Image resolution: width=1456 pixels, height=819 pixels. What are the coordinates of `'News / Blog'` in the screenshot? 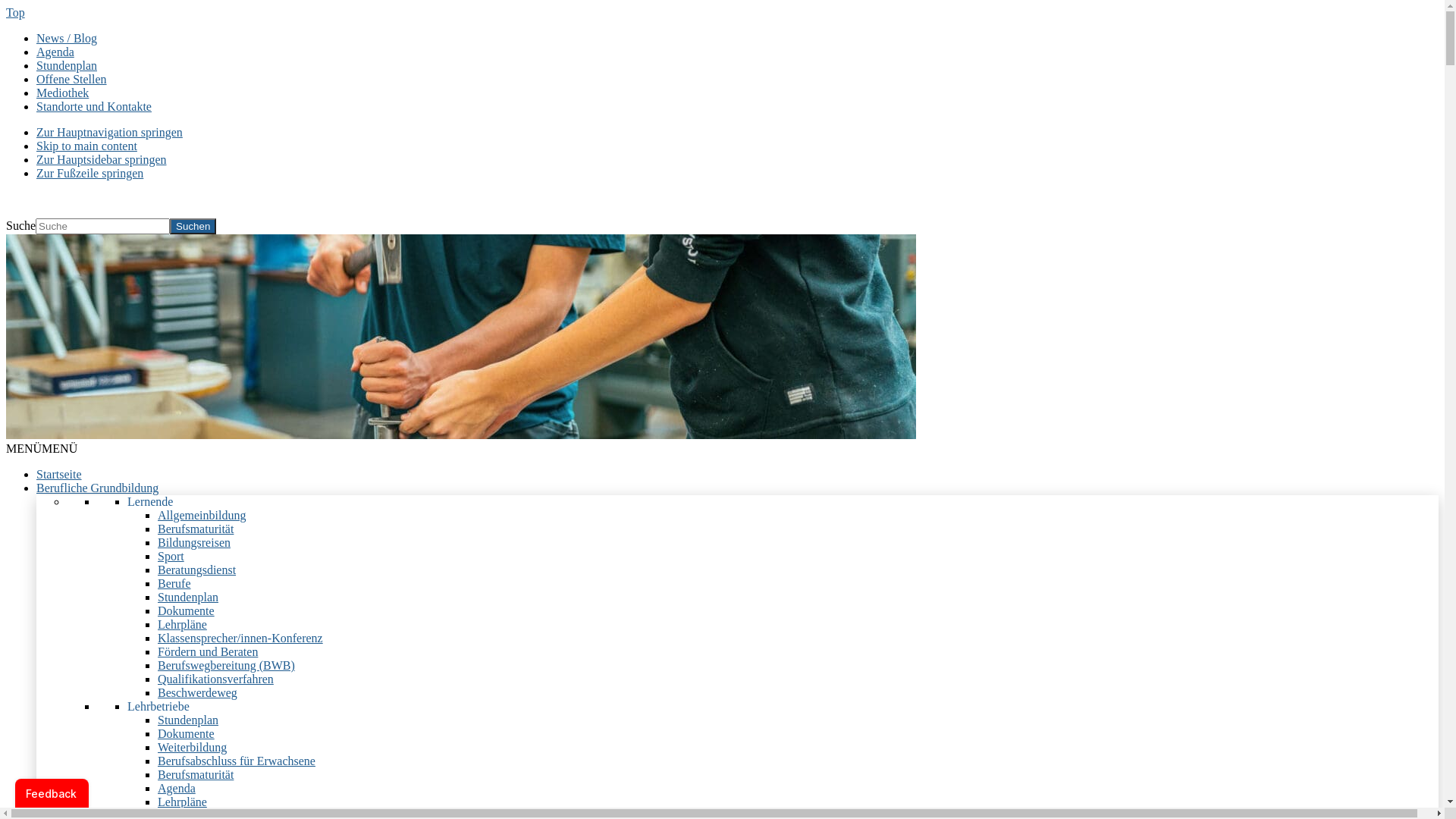 It's located at (65, 37).